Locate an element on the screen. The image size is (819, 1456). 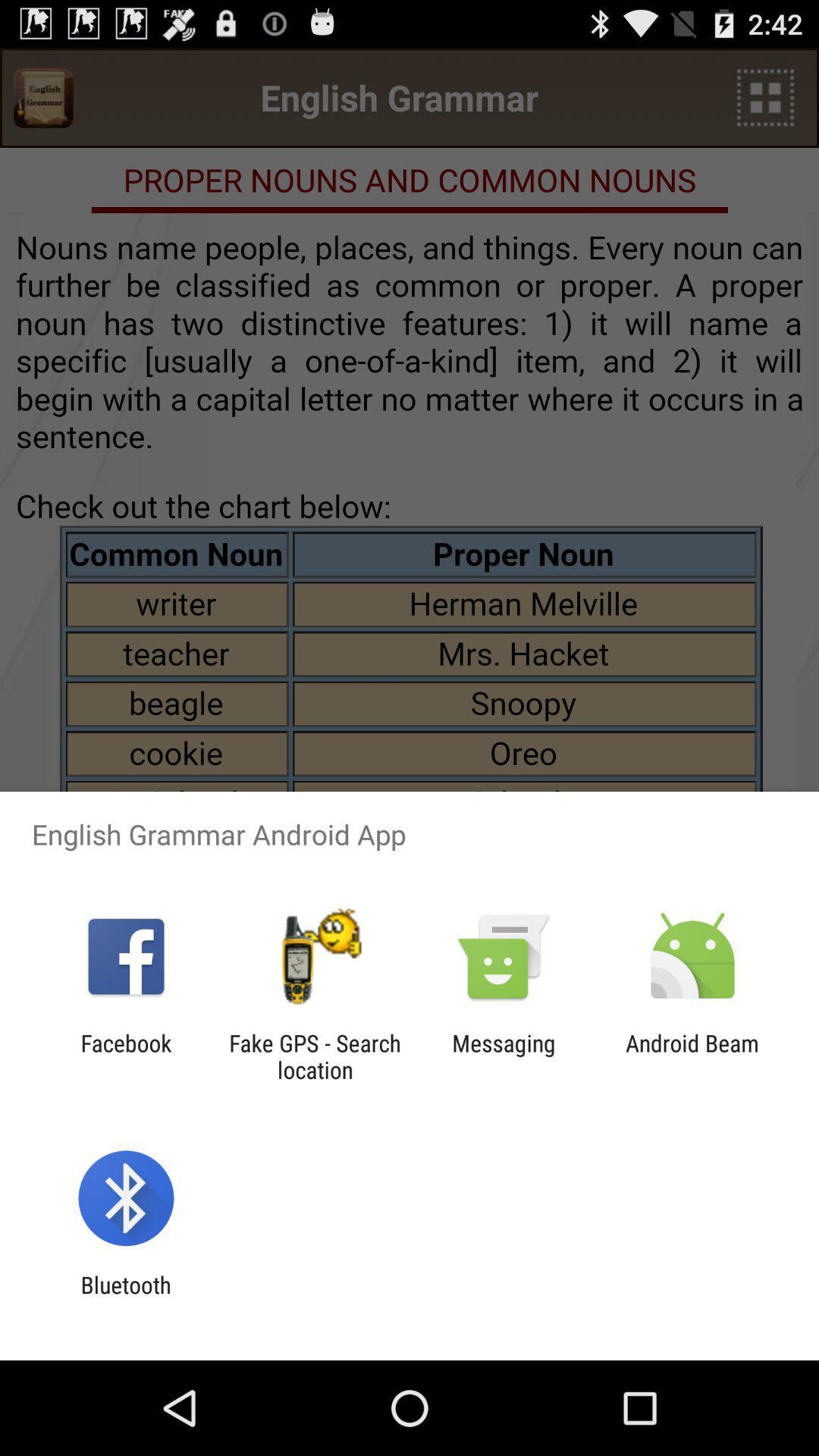
item next to the facebook item is located at coordinates (314, 1056).